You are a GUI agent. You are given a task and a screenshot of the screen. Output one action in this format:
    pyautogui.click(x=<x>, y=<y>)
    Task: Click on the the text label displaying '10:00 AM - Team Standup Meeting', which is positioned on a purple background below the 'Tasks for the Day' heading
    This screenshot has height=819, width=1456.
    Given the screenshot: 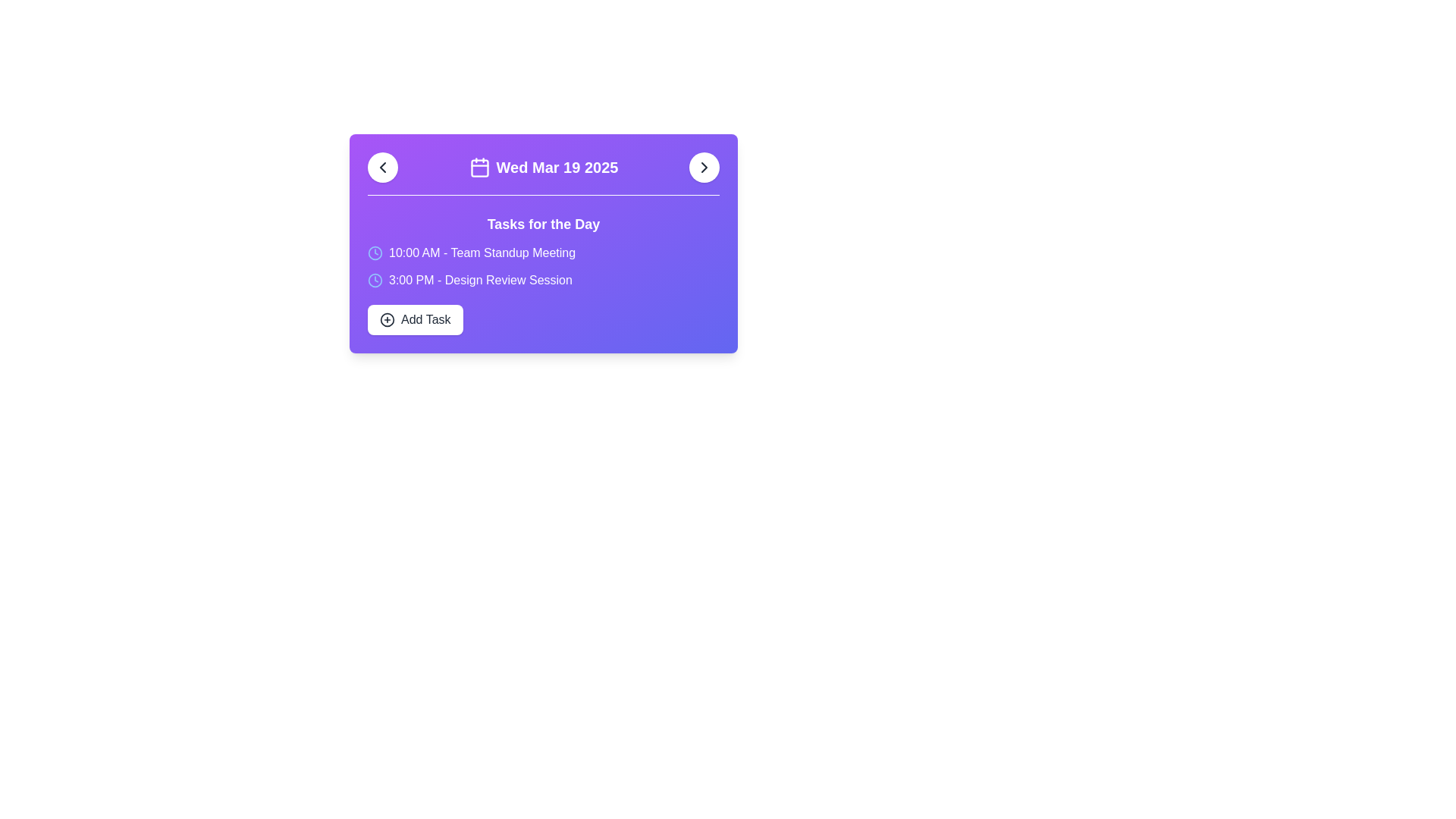 What is the action you would take?
    pyautogui.click(x=482, y=253)
    